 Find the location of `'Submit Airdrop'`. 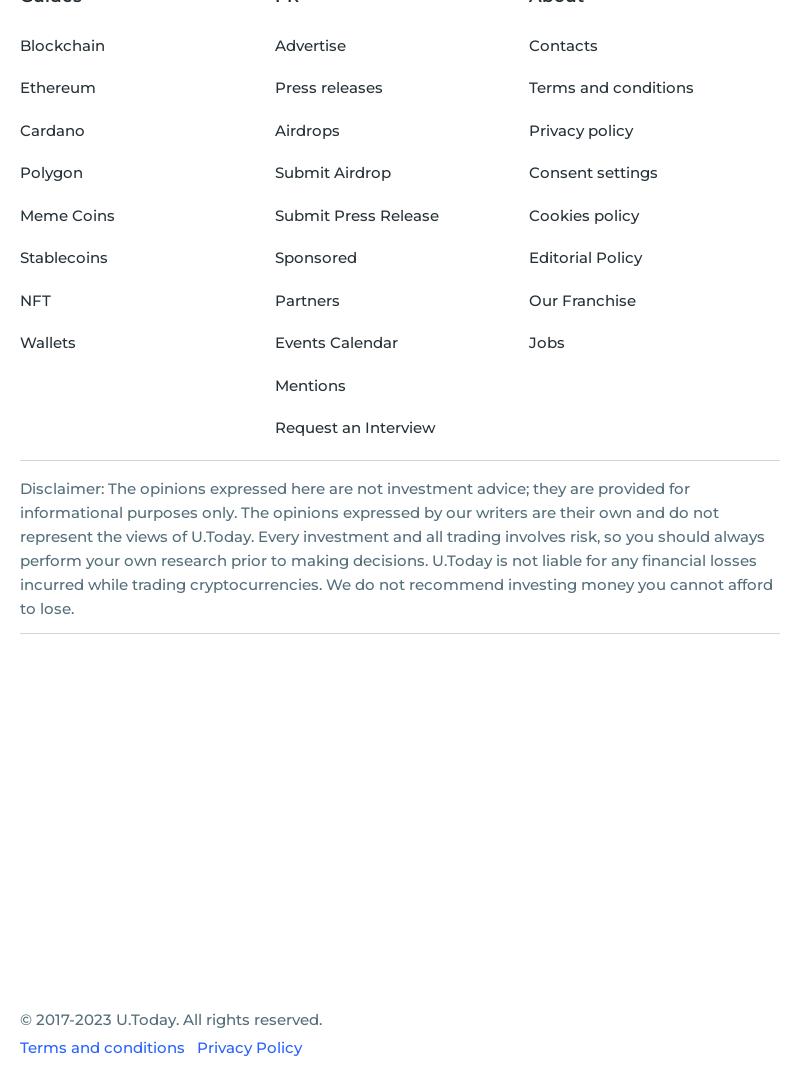

'Submit Airdrop' is located at coordinates (331, 172).